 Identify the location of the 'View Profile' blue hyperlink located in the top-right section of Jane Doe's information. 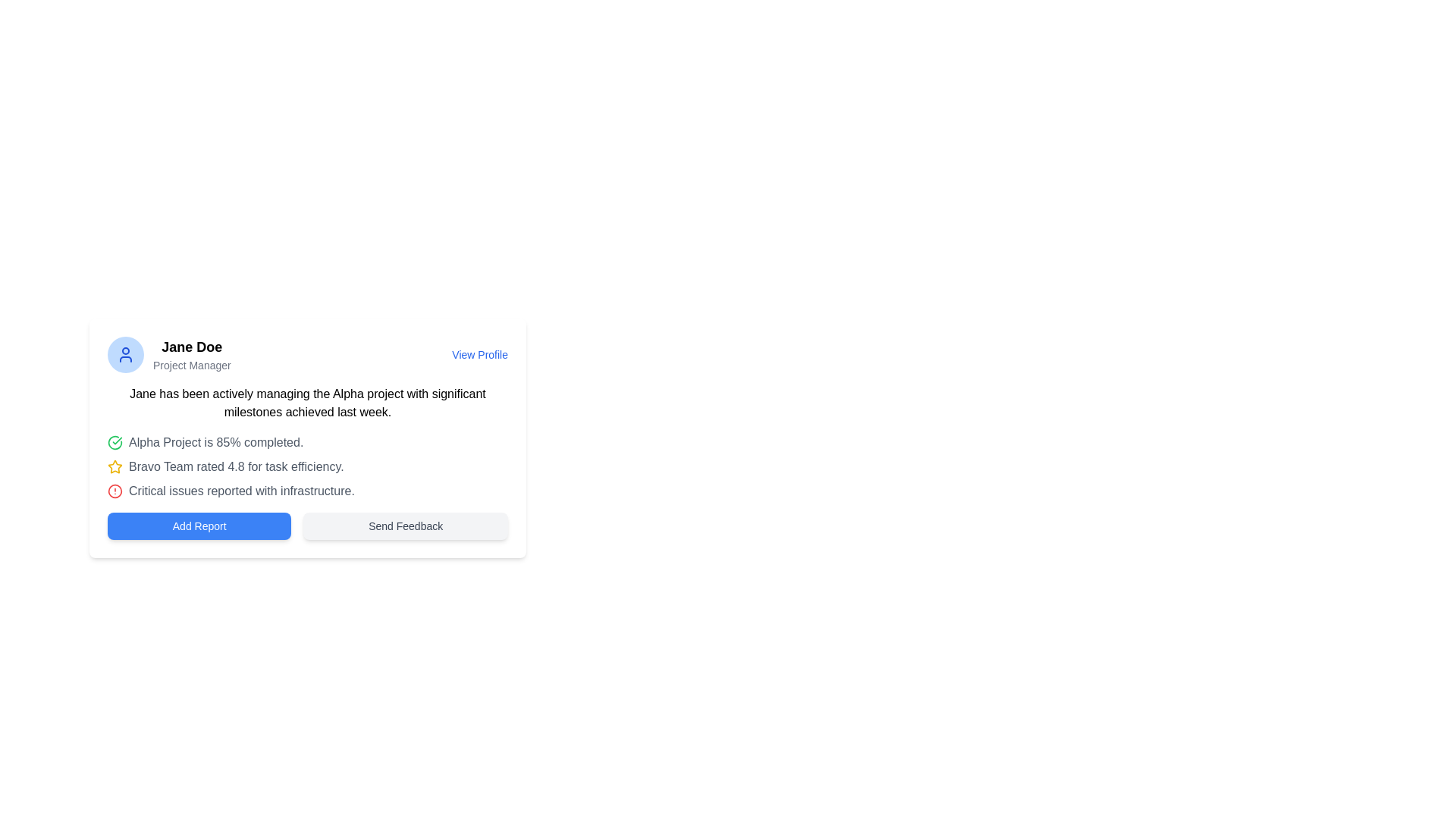
(479, 354).